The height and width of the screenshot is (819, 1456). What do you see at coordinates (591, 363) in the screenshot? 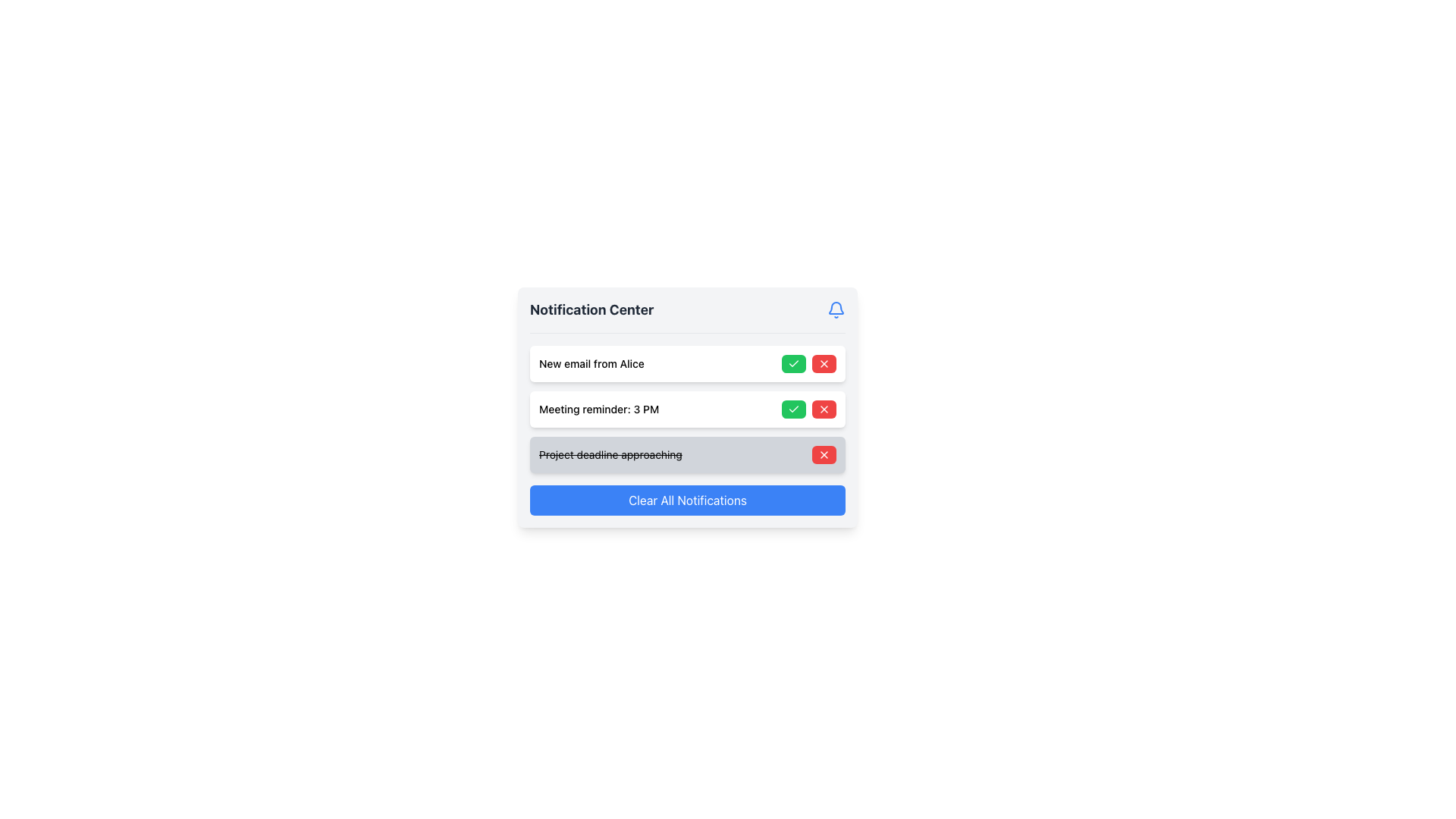
I see `the text label displaying 'New email from Alice' within the notification card` at bounding box center [591, 363].